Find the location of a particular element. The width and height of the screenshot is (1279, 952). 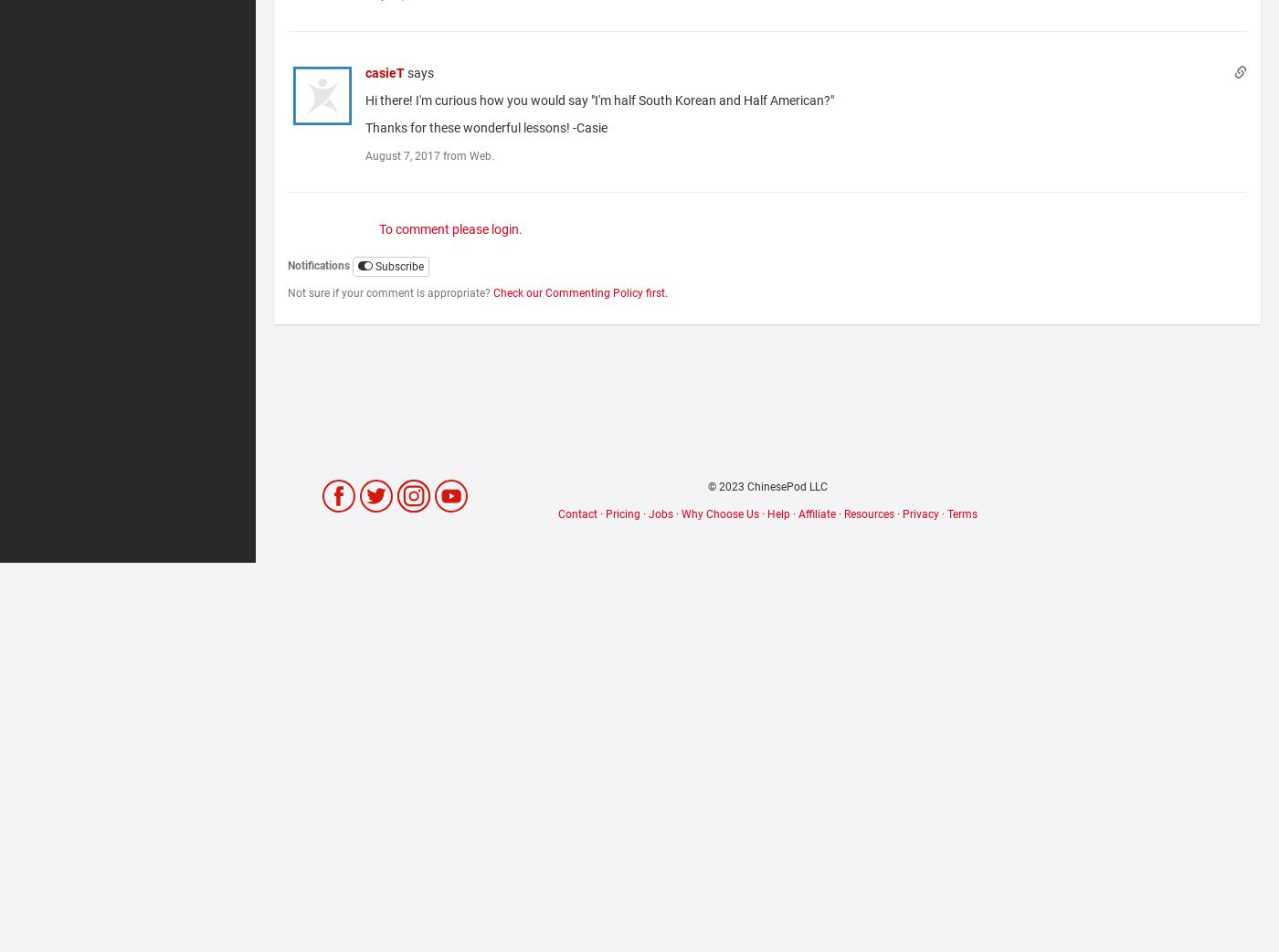

'says' is located at coordinates (420, 72).